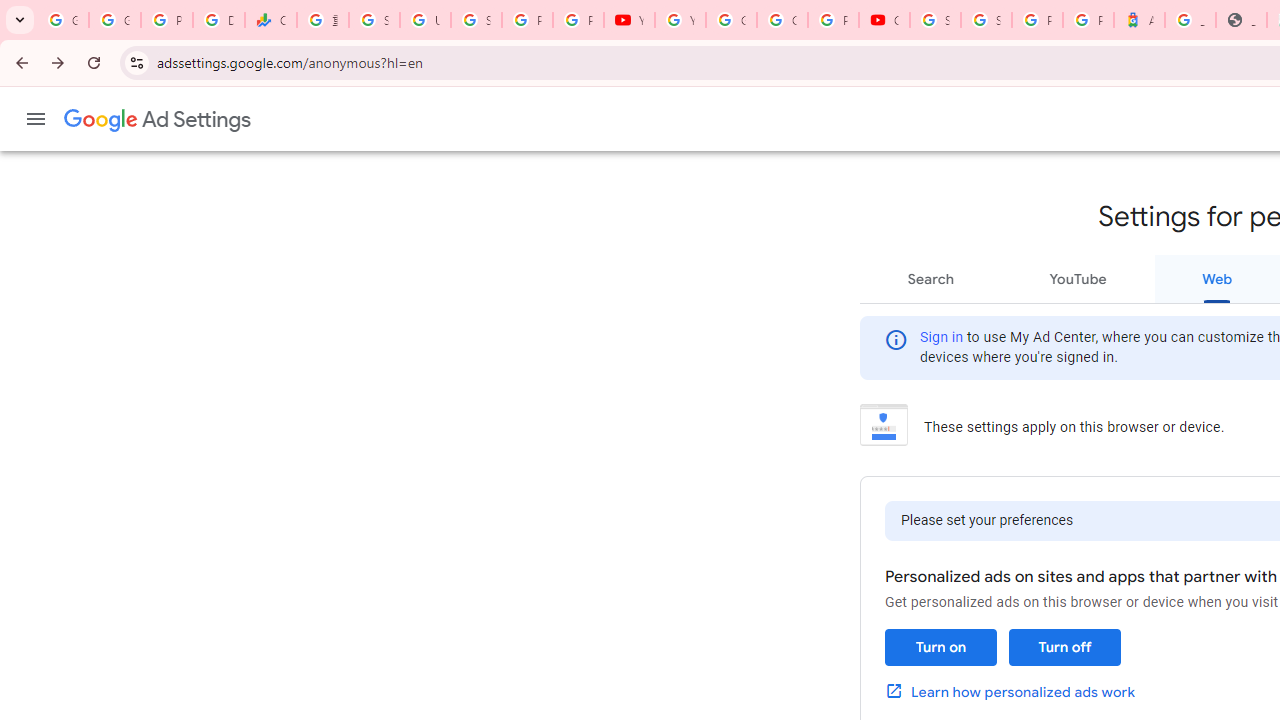 The height and width of the screenshot is (720, 1280). Describe the element at coordinates (375, 20) in the screenshot. I see `'Sign in - Google Accounts'` at that location.